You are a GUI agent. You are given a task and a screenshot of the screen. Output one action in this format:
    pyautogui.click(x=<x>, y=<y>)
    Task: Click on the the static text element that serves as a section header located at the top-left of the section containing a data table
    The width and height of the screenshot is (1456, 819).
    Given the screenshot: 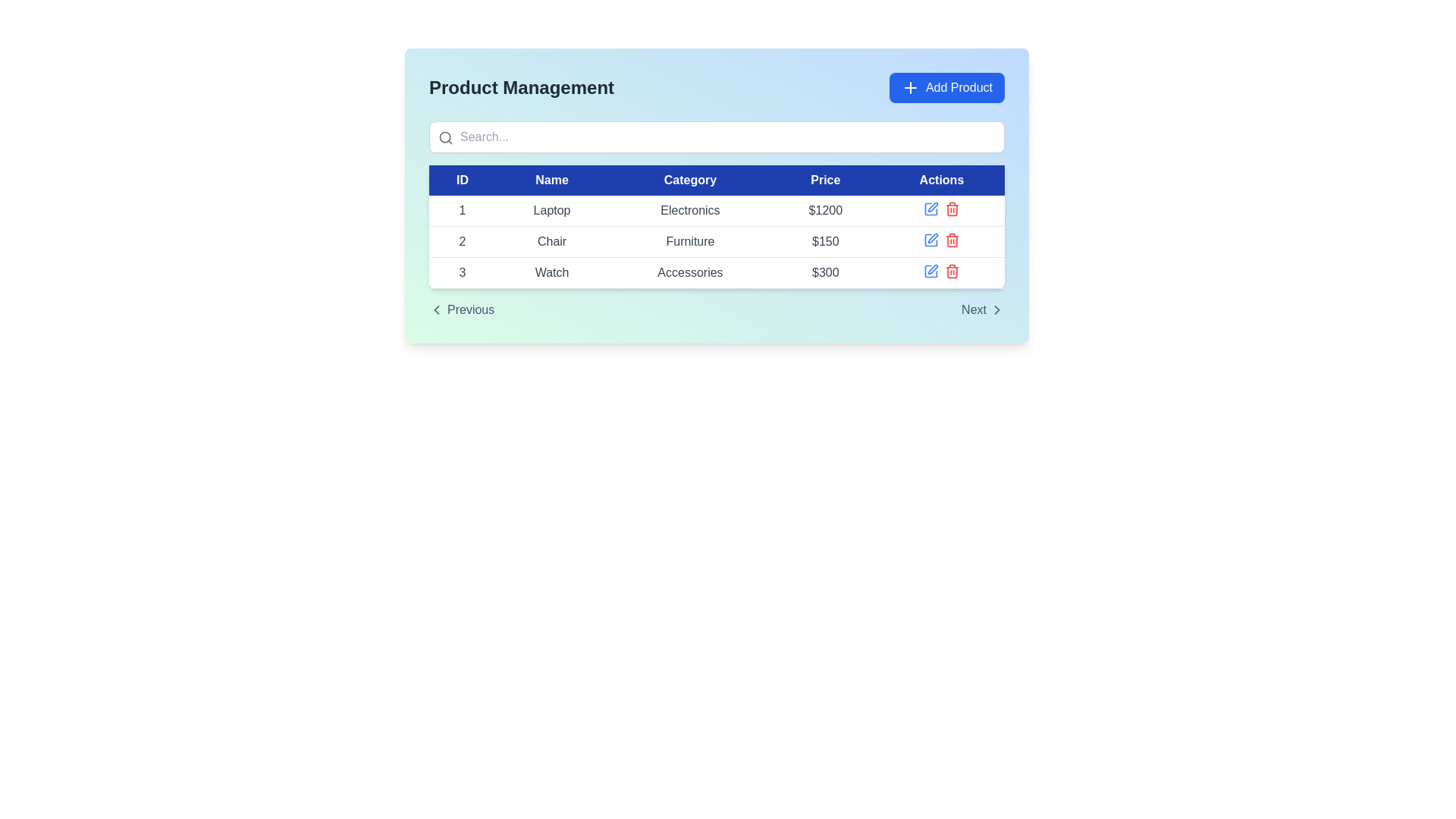 What is the action you would take?
    pyautogui.click(x=521, y=87)
    